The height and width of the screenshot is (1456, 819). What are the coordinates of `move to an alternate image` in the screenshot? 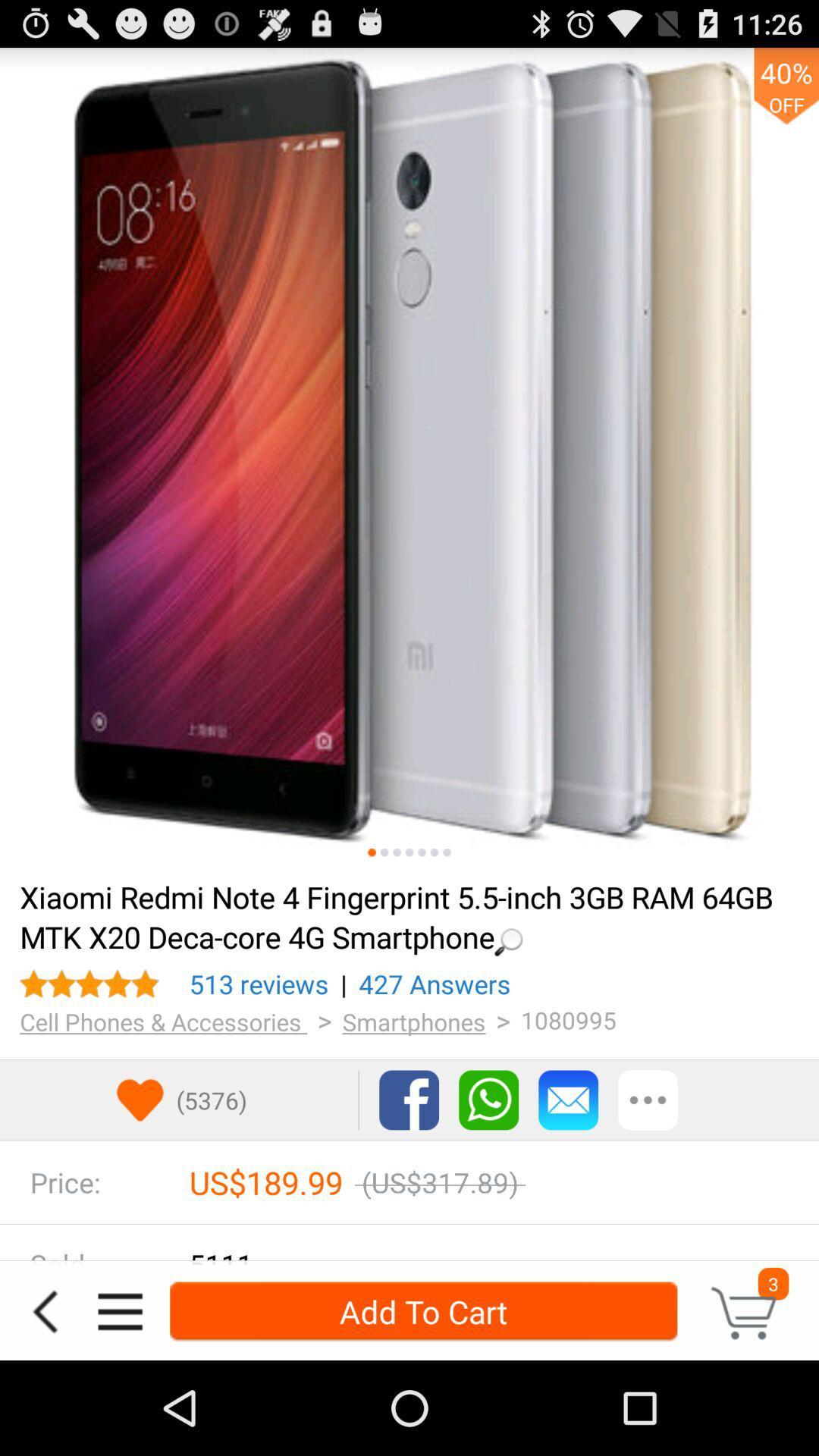 It's located at (446, 852).